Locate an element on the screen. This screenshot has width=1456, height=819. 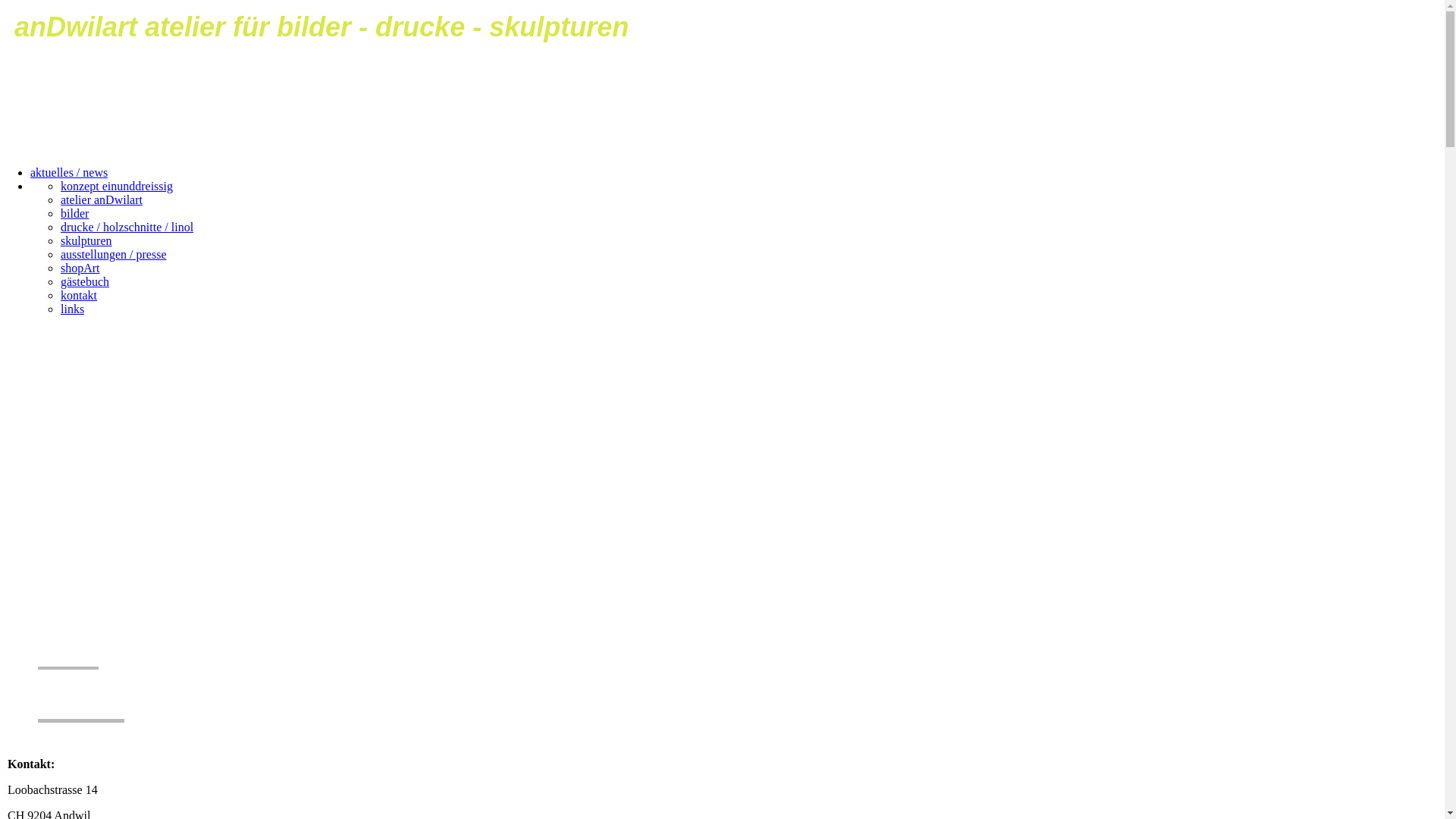
'konzept einunddreissig' is located at coordinates (115, 185).